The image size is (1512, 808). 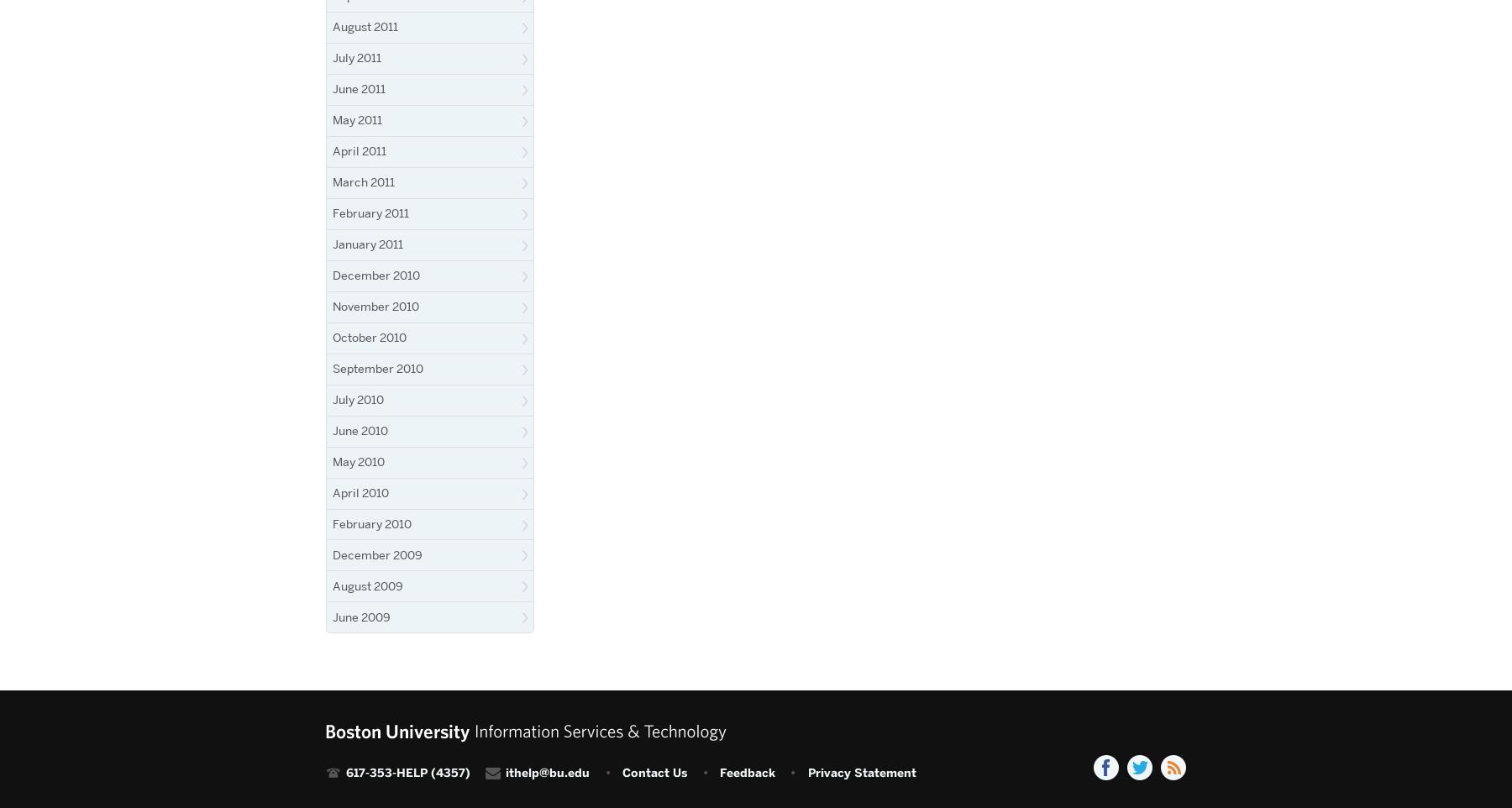 What do you see at coordinates (364, 181) in the screenshot?
I see `'March 2011'` at bounding box center [364, 181].